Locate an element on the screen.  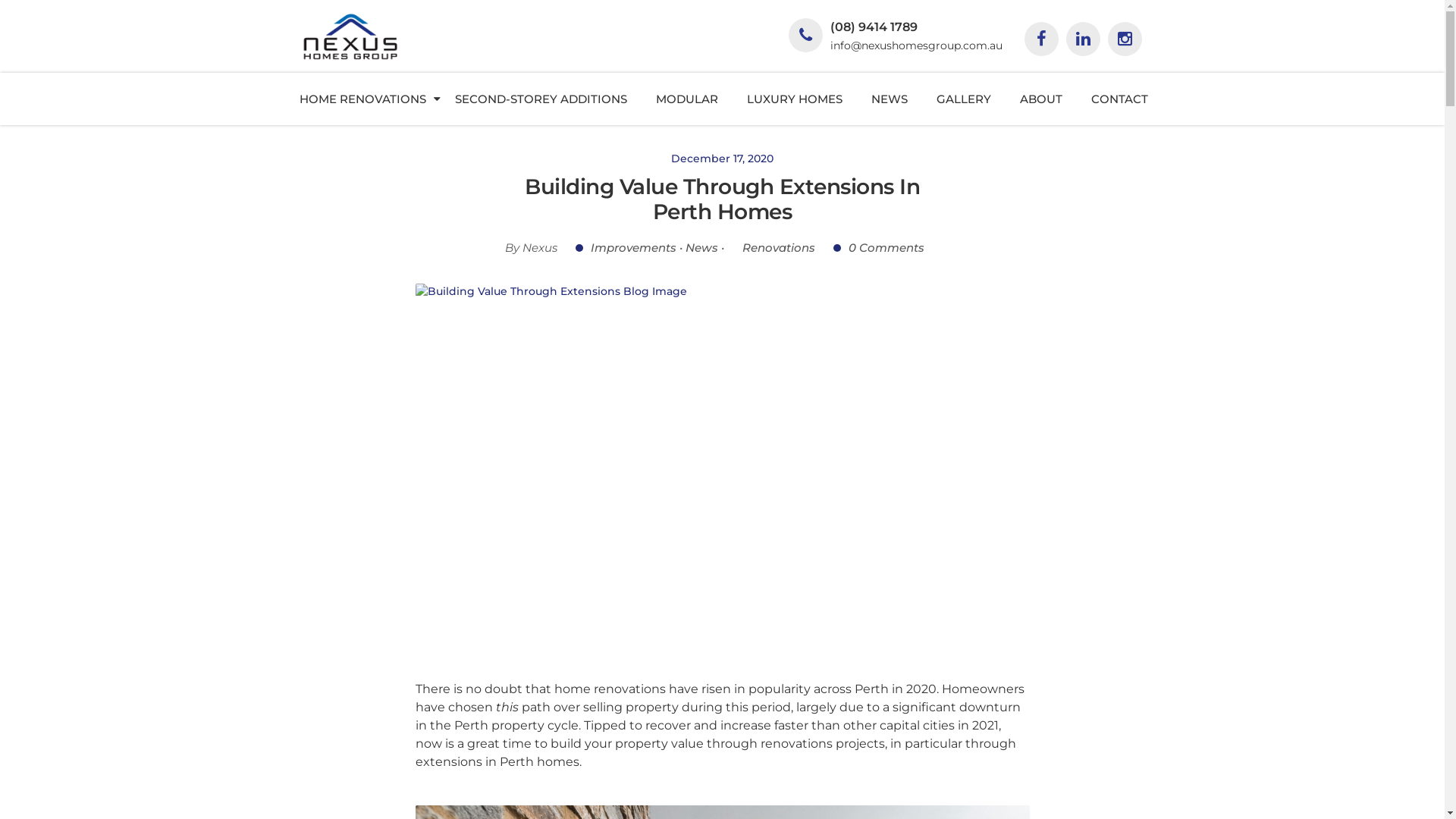
'GALLERY' is located at coordinates (921, 99).